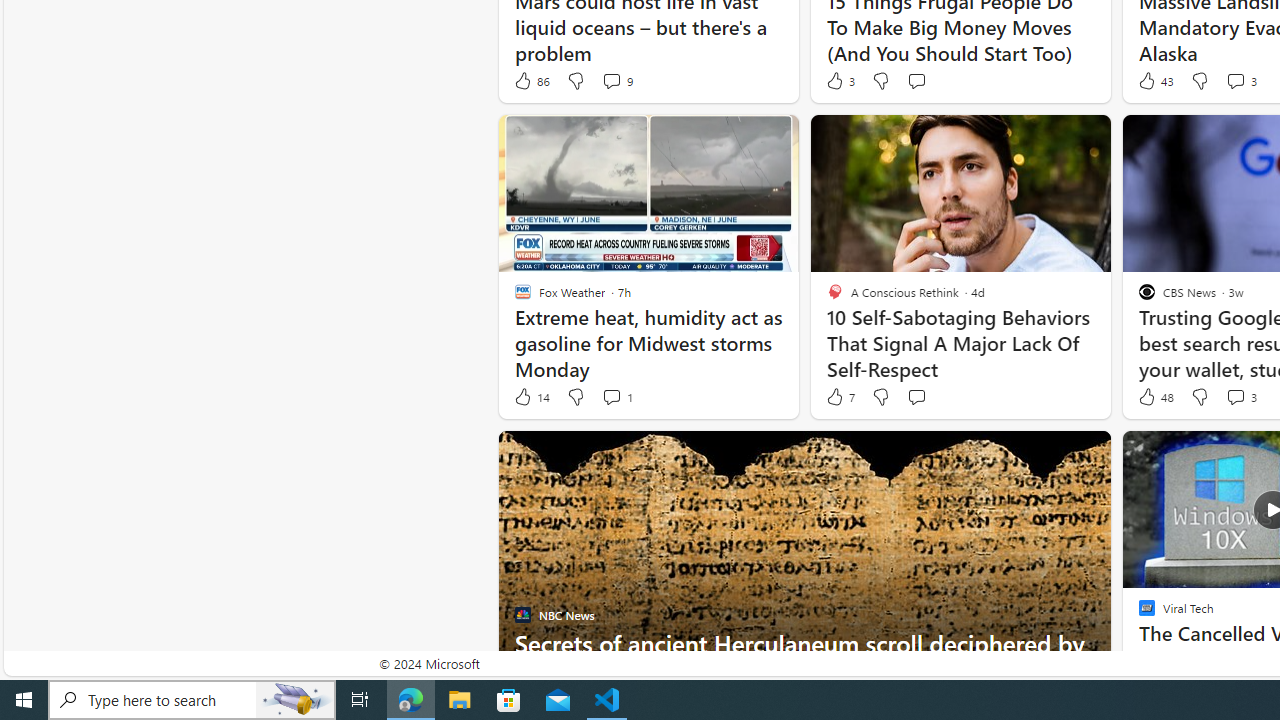 This screenshot has width=1280, height=720. What do you see at coordinates (1049, 455) in the screenshot?
I see `'Hide this story'` at bounding box center [1049, 455].